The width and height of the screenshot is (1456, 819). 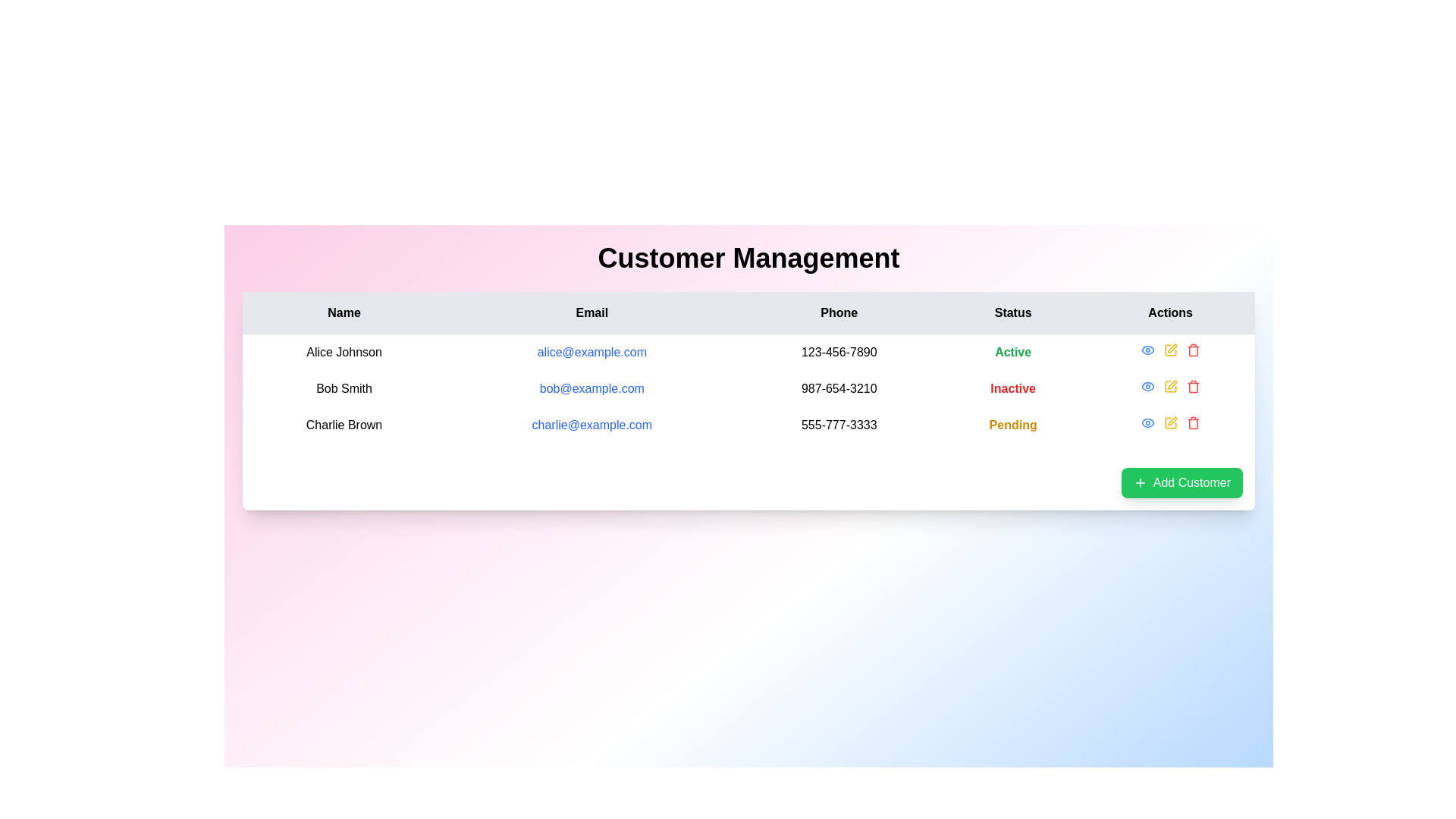 I want to click on the text label displaying 'Bob Smith' in the 'Name' column of the table, which is located in the middle row and is centered vertically within its cell, so click(x=344, y=388).